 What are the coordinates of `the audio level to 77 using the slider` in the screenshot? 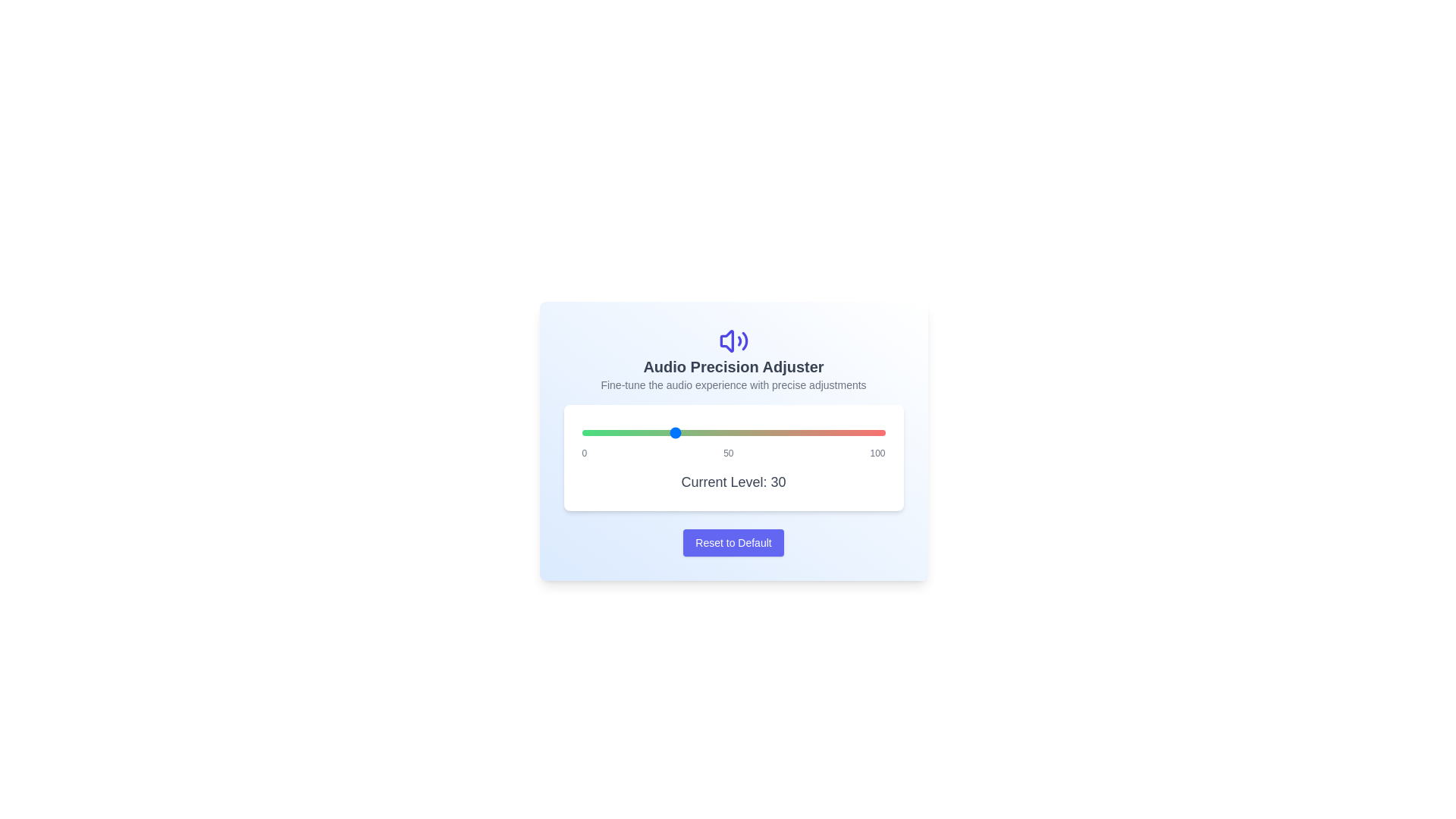 It's located at (814, 432).